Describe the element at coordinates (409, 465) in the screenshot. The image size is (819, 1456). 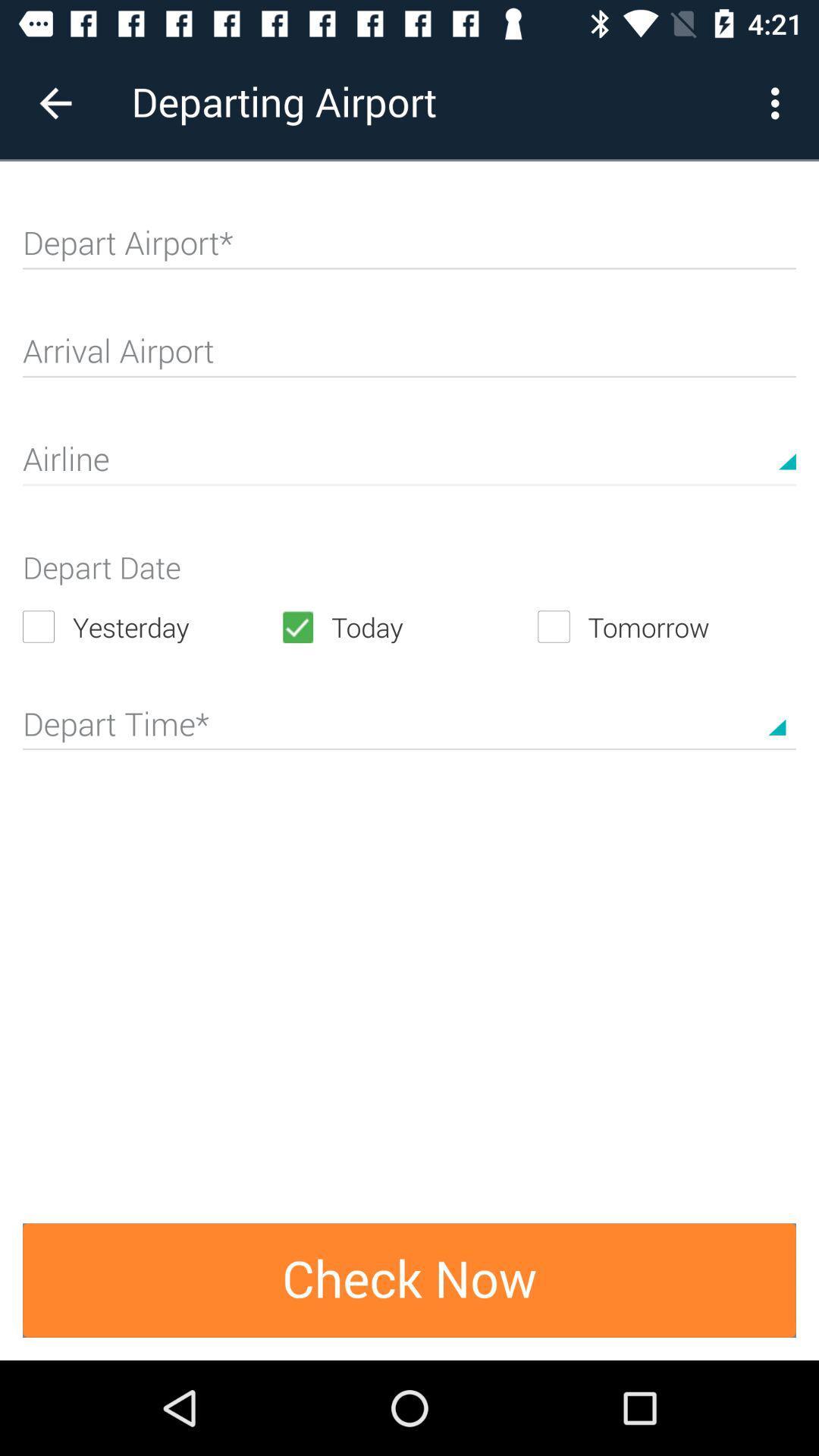
I see `type airline to fly` at that location.